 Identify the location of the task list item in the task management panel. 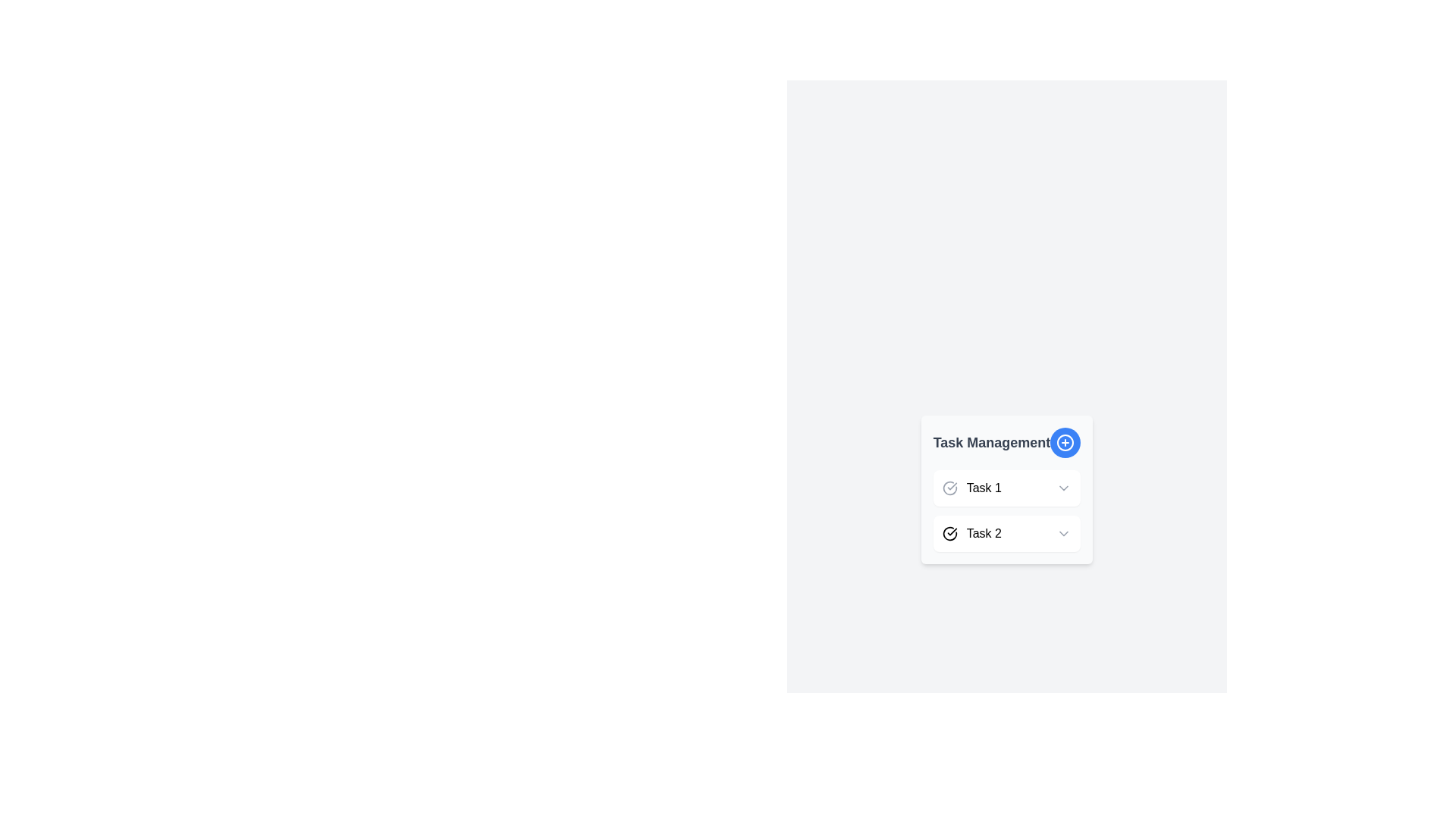
(1007, 511).